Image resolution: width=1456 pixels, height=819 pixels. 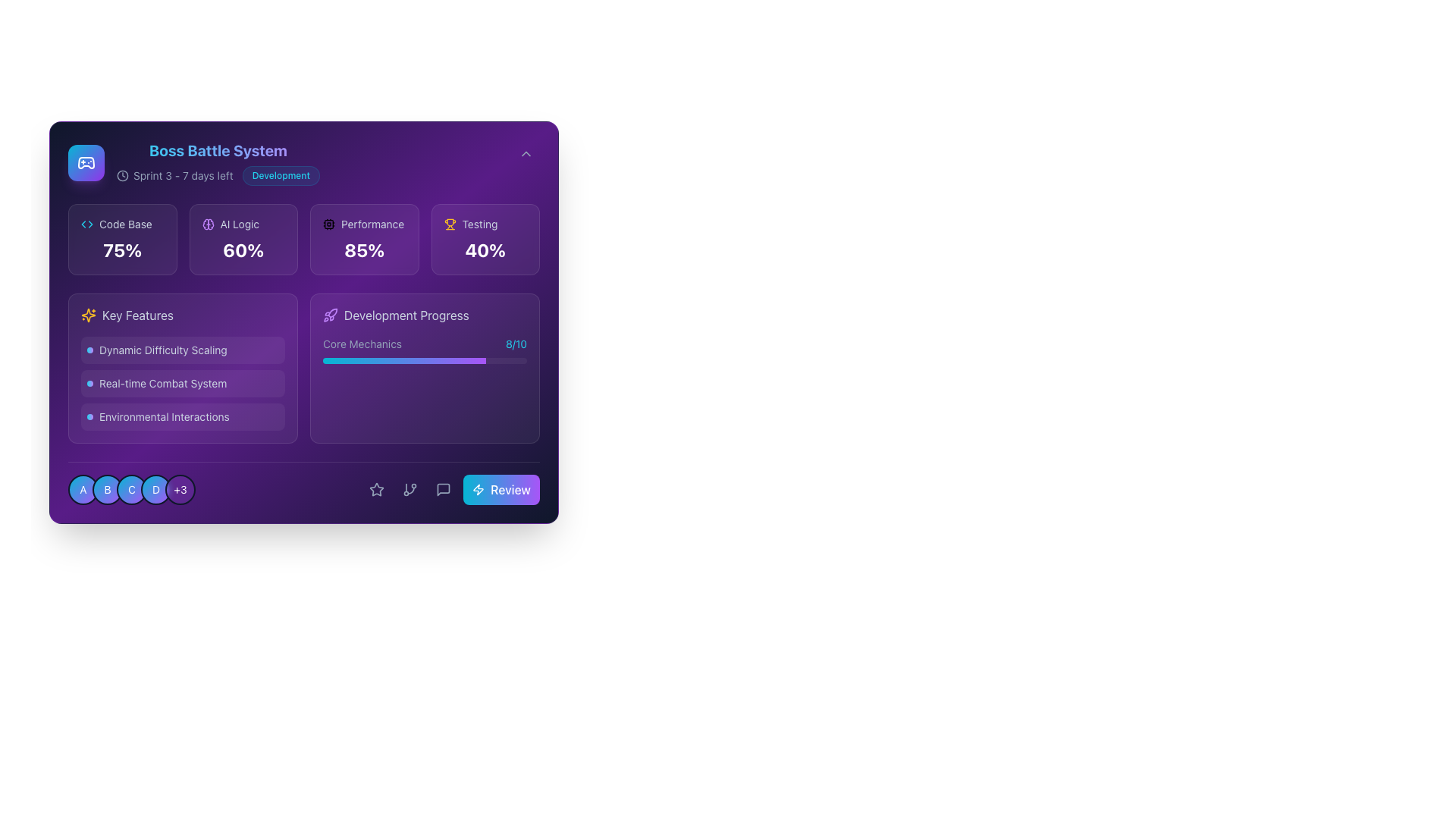 What do you see at coordinates (182, 417) in the screenshot?
I see `the rectangular button-like component labeled 'Environmental Interactions' with a dark purple background and light gray text, located in the lower-left section of the interface` at bounding box center [182, 417].